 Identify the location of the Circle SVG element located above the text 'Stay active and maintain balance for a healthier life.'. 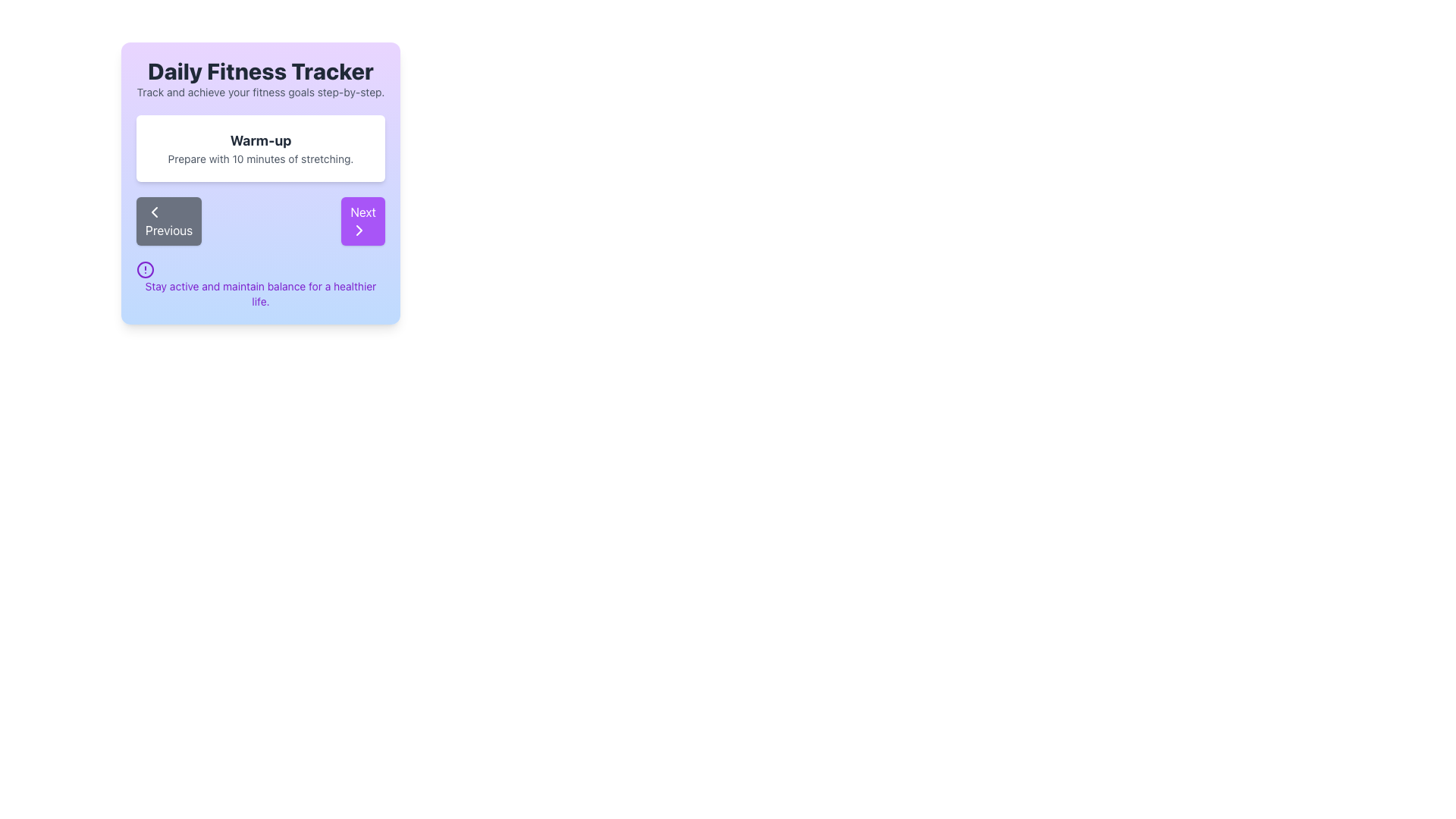
(146, 268).